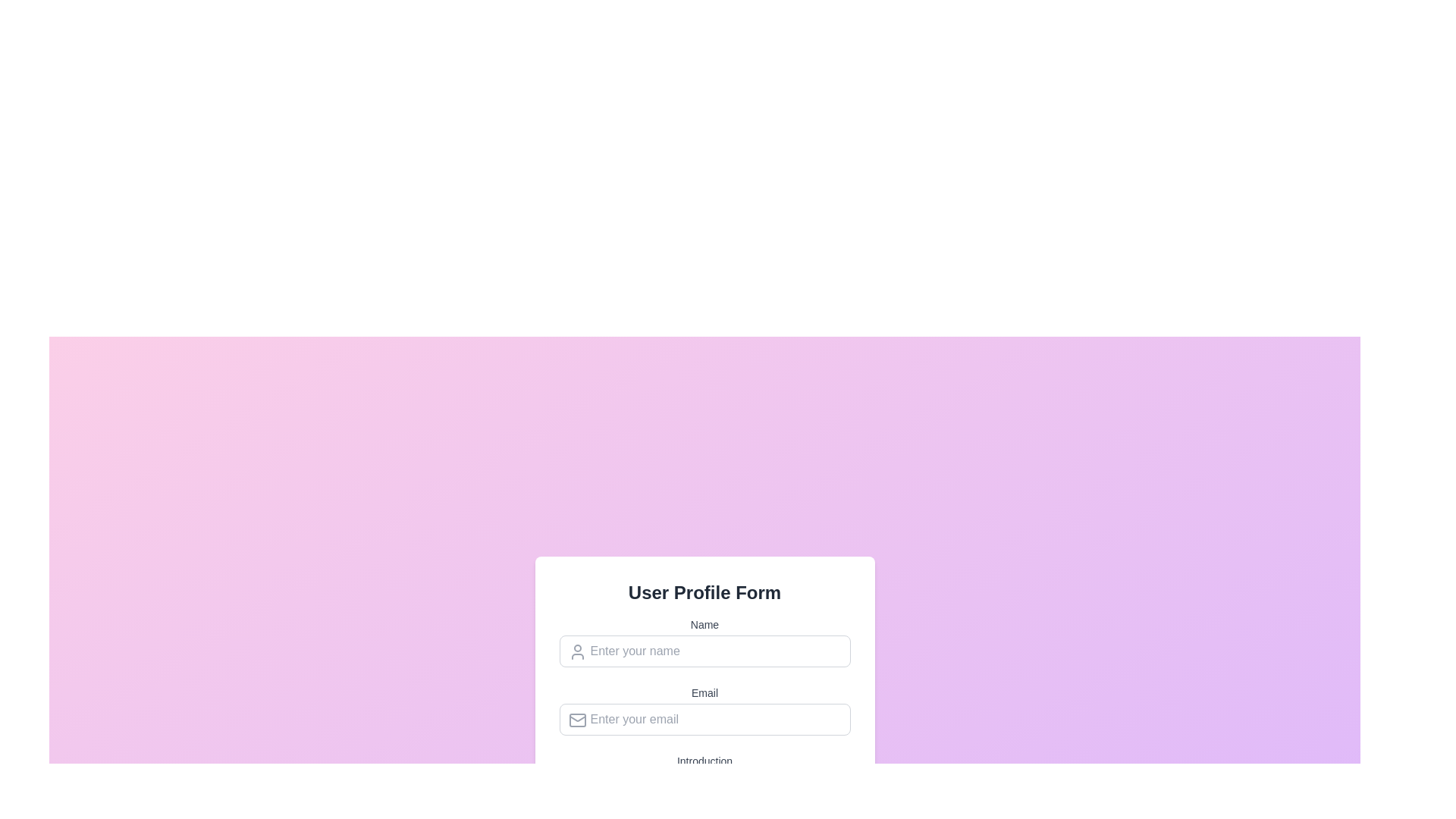  Describe the element at coordinates (576, 651) in the screenshot. I see `the user profile icon located to the left of the 'Enter your name' input field` at that location.